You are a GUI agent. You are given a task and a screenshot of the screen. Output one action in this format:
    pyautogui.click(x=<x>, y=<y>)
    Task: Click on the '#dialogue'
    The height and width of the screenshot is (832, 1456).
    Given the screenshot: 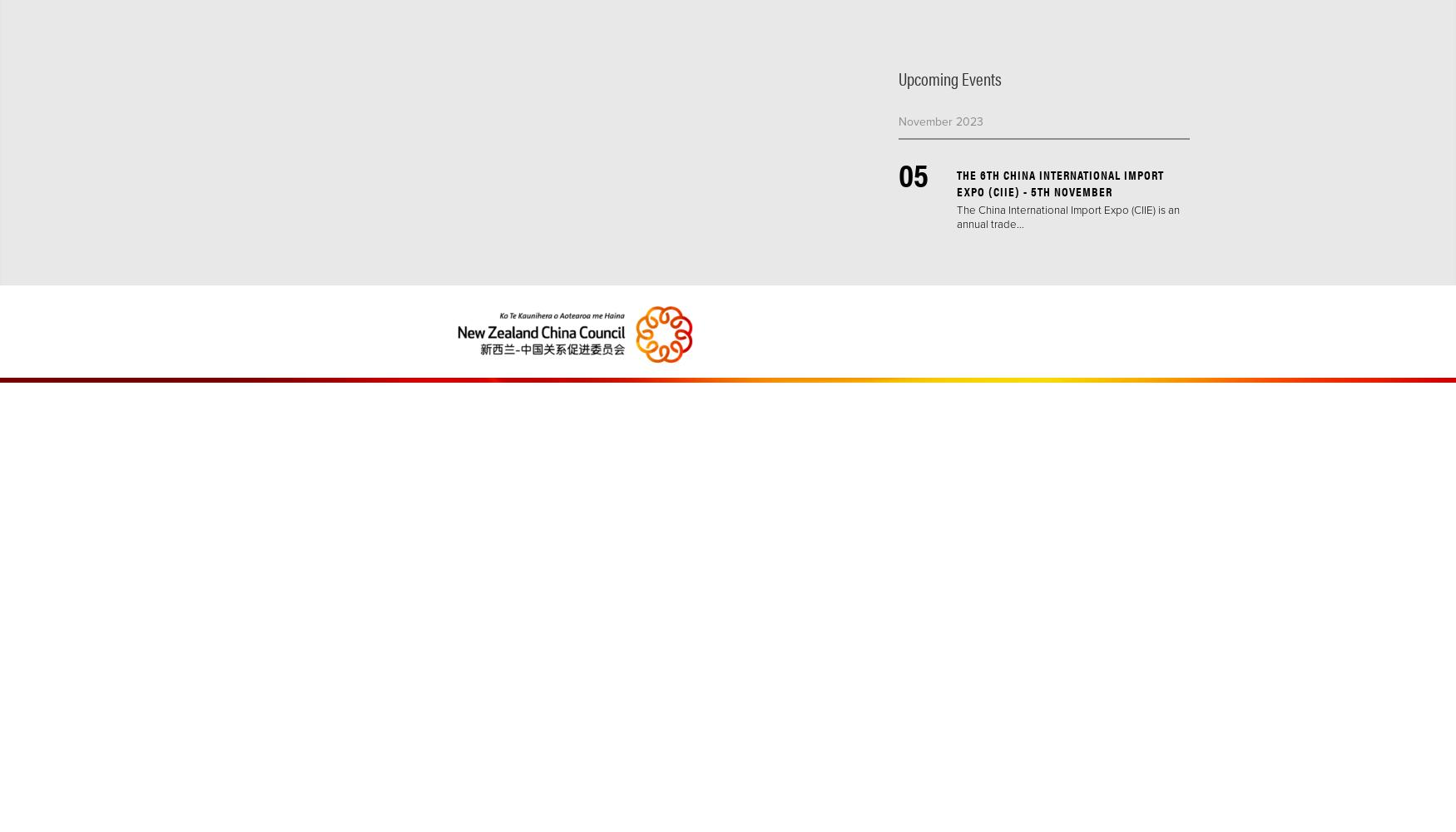 What is the action you would take?
    pyautogui.click(x=1023, y=29)
    